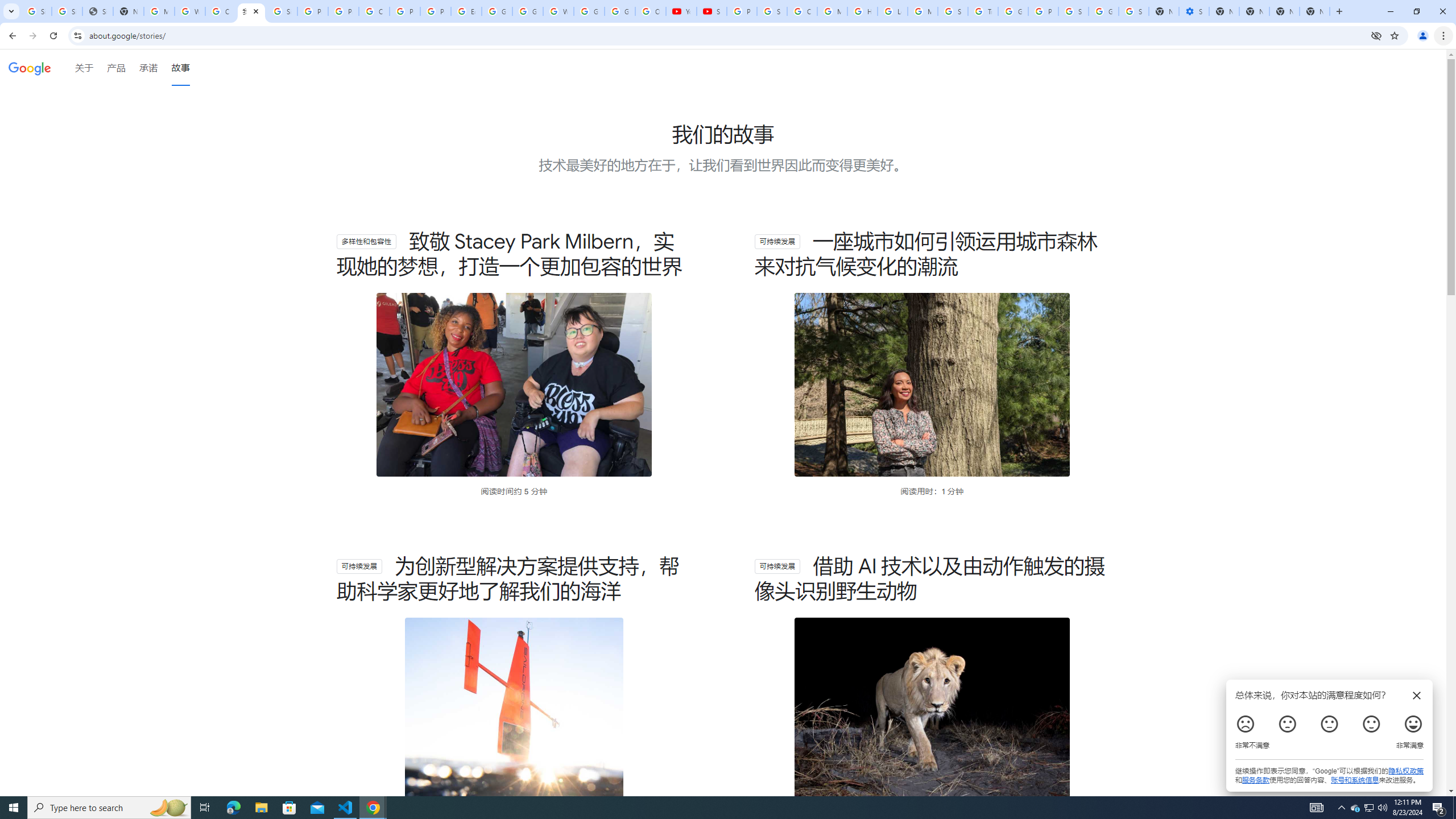 The width and height of the screenshot is (1456, 819). Describe the element at coordinates (1103, 11) in the screenshot. I see `'Google Cybersecurity Innovations - Google Safety Center'` at that location.